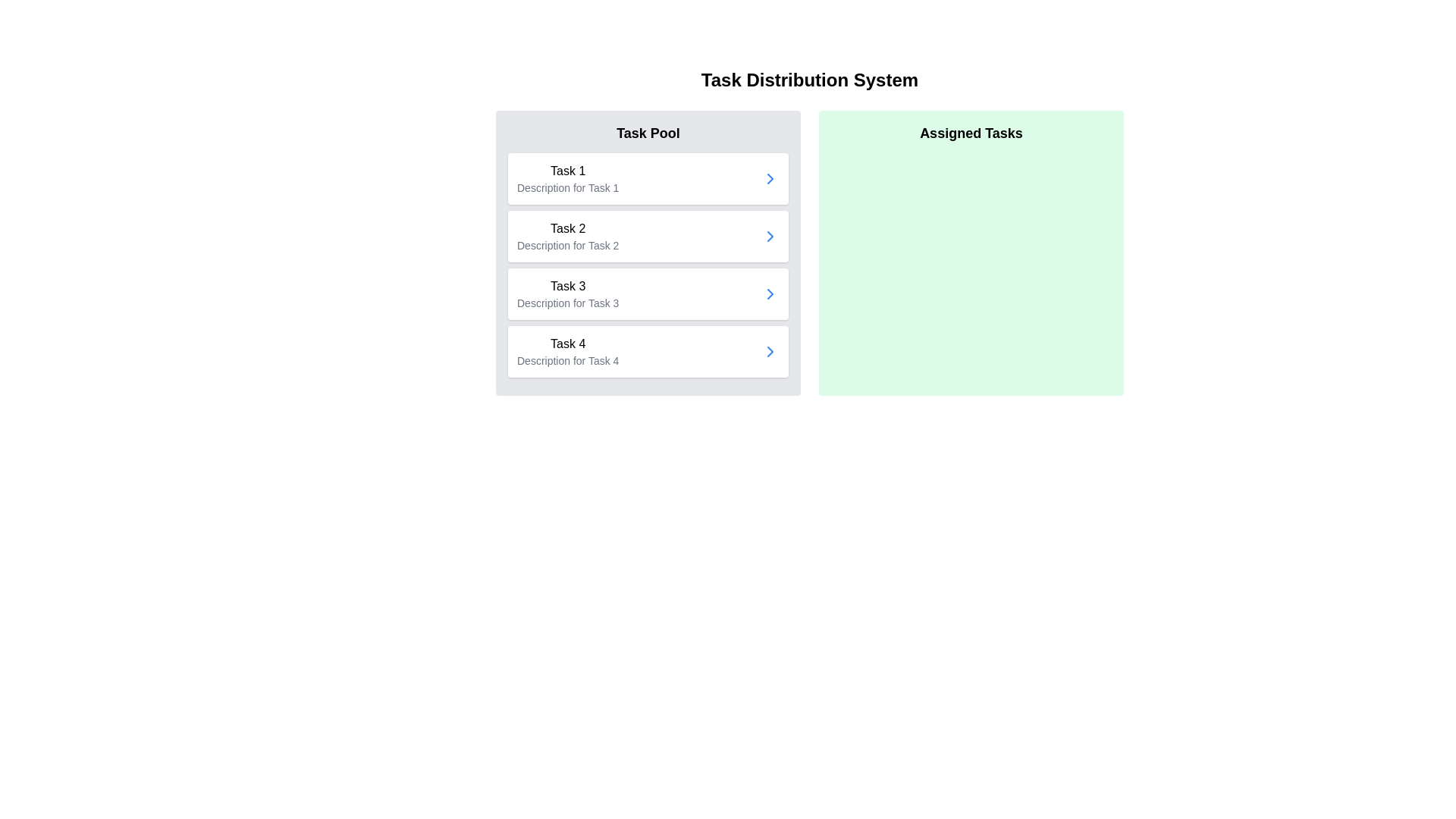 The width and height of the screenshot is (1456, 819). Describe the element at coordinates (770, 351) in the screenshot. I see `the right-pointing arrow icon next to the descriptive text for 'Task 3' in the Task Pool section` at that location.